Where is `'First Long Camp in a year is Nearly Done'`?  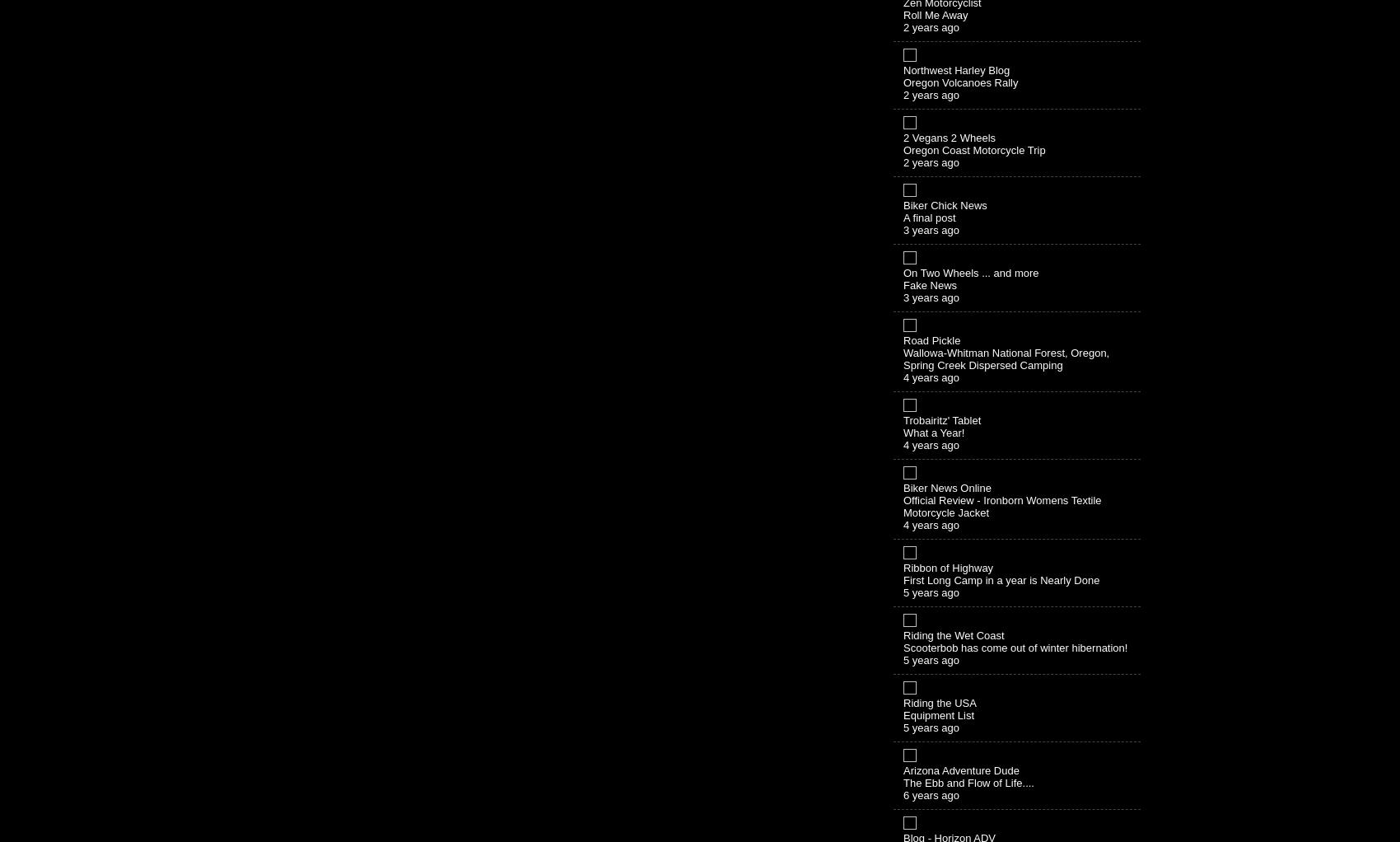
'First Long Camp in a year is Nearly Done' is located at coordinates (1001, 579).